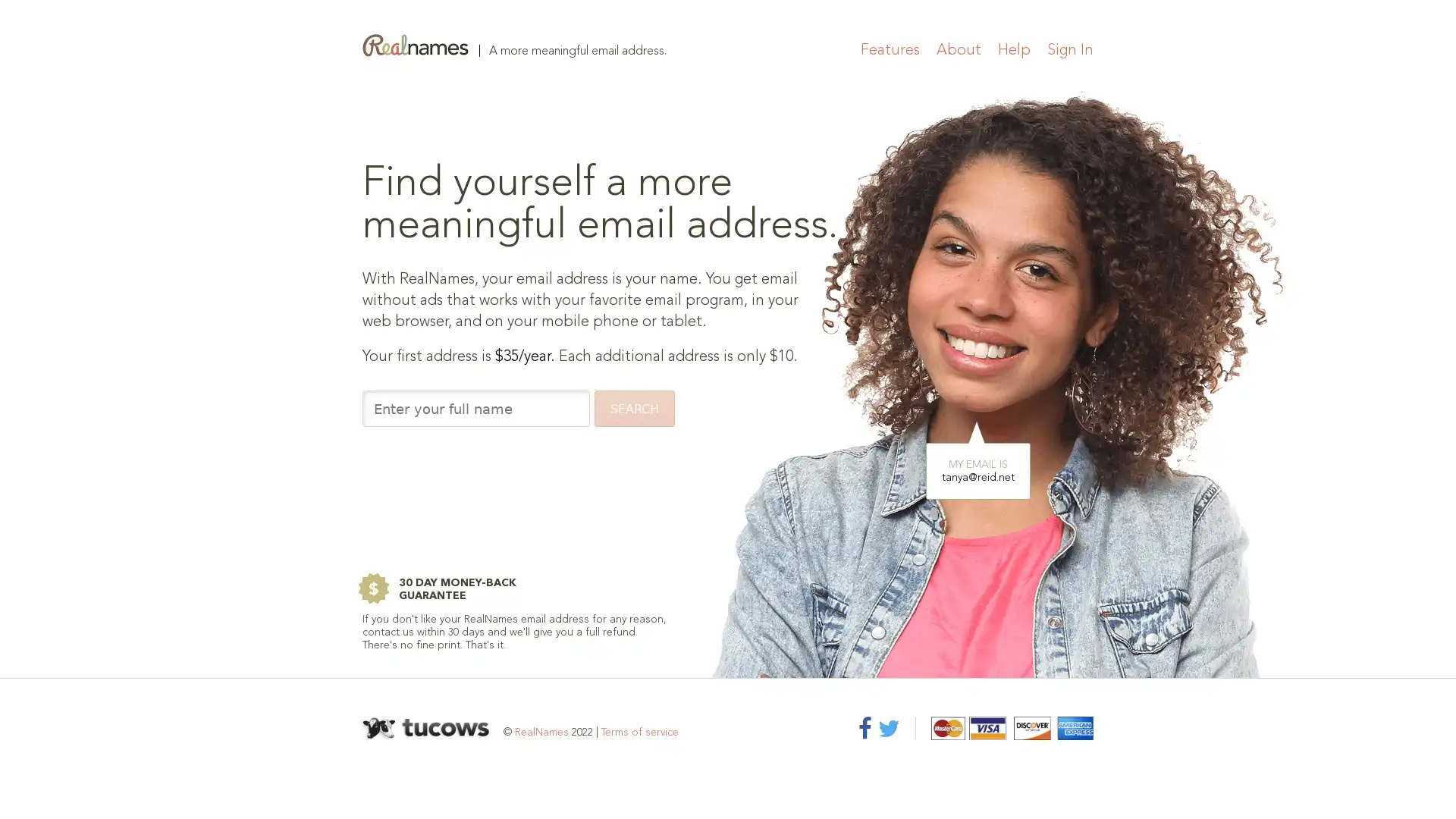 This screenshot has width=1456, height=819. Describe the element at coordinates (634, 408) in the screenshot. I see `SEARCH` at that location.